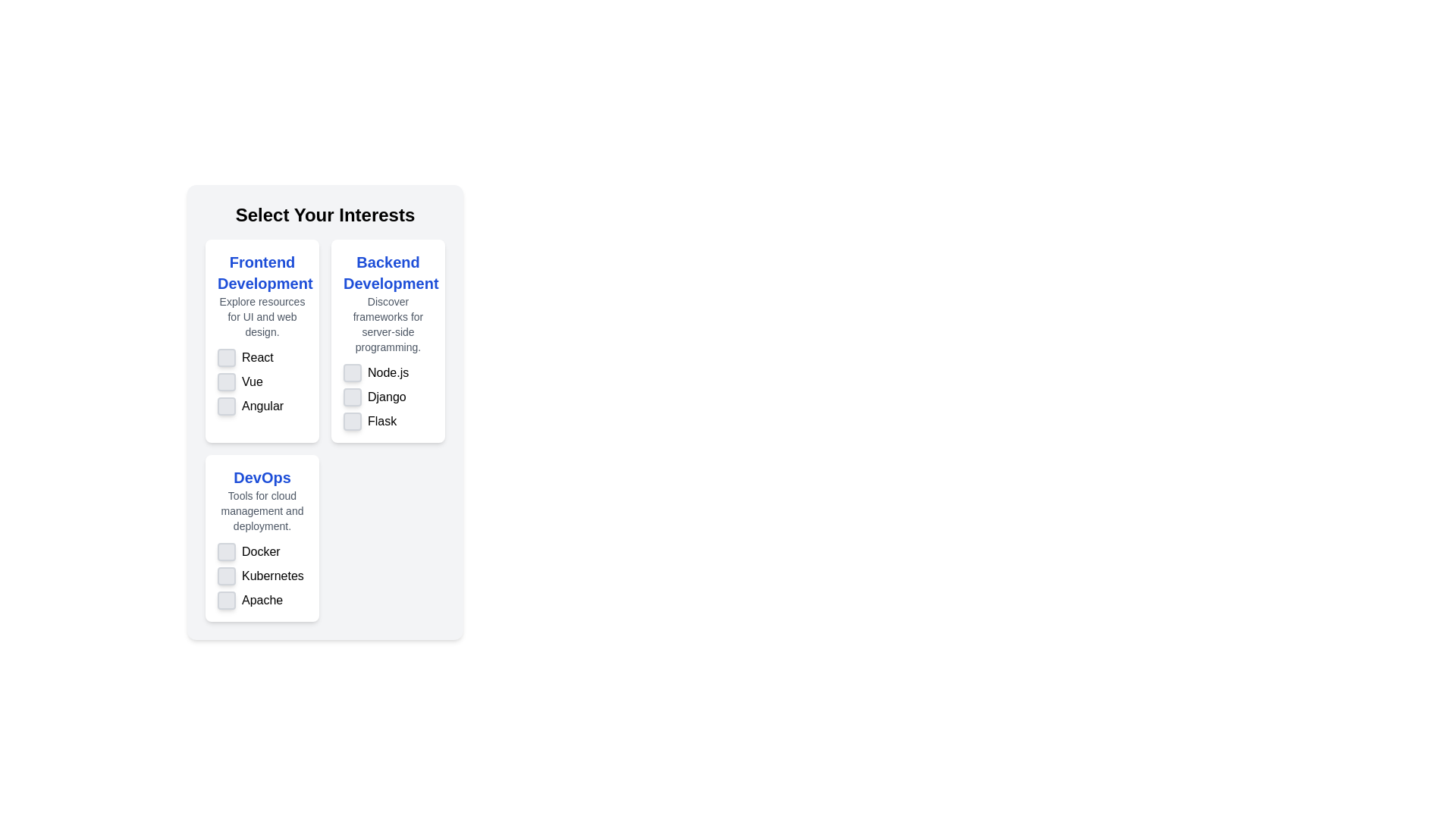  What do you see at coordinates (388, 397) in the screenshot?
I see `text of the label for the 'Django' checkbox option within the 'Backend Development' category, which is the second checkbox in the sequence` at bounding box center [388, 397].